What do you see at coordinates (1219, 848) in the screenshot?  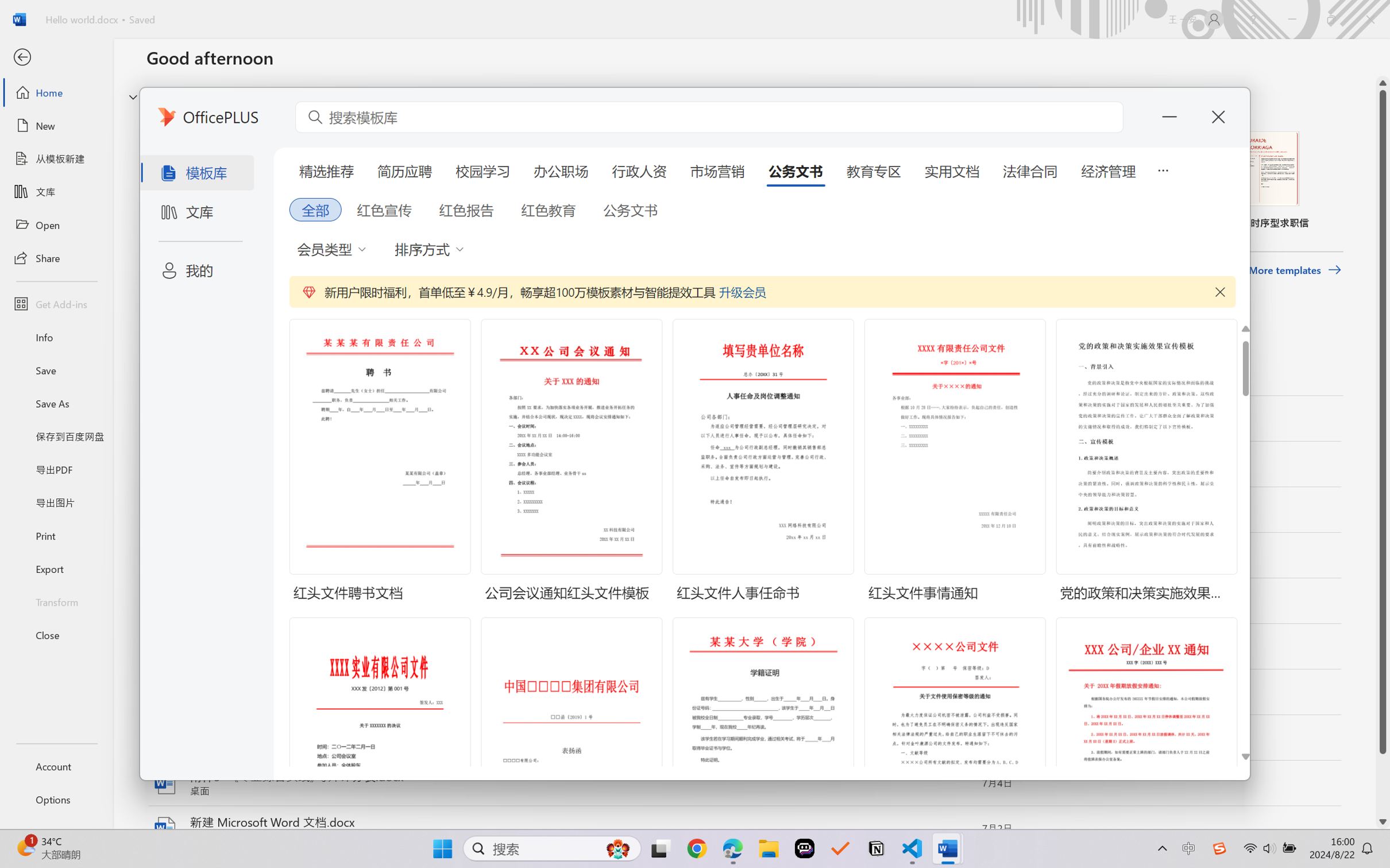 I see `'Class: Image'` at bounding box center [1219, 848].